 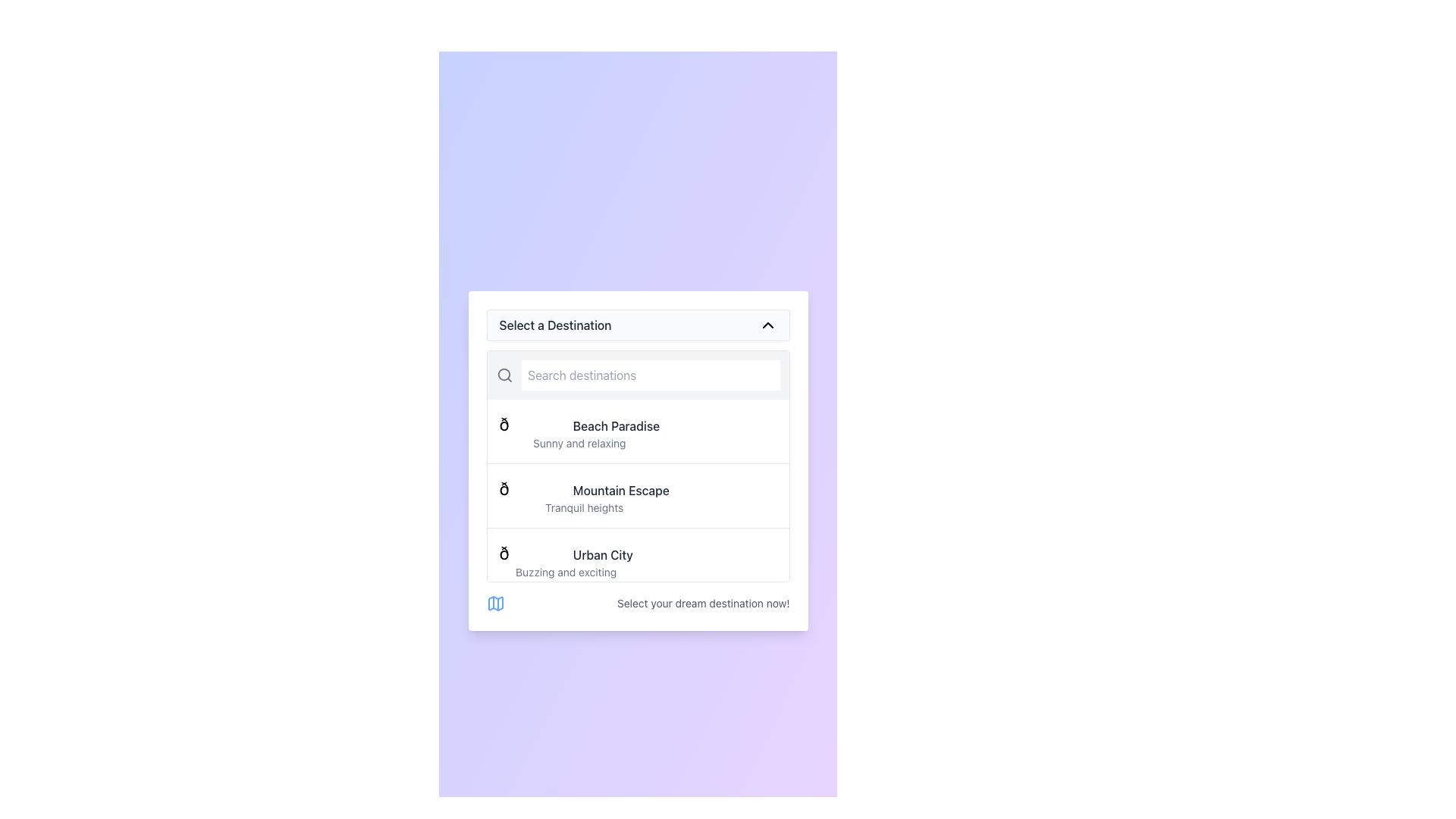 What do you see at coordinates (767, 324) in the screenshot?
I see `the Chevron Down icon located to the far-right of the 'Select a Destination' label` at bounding box center [767, 324].